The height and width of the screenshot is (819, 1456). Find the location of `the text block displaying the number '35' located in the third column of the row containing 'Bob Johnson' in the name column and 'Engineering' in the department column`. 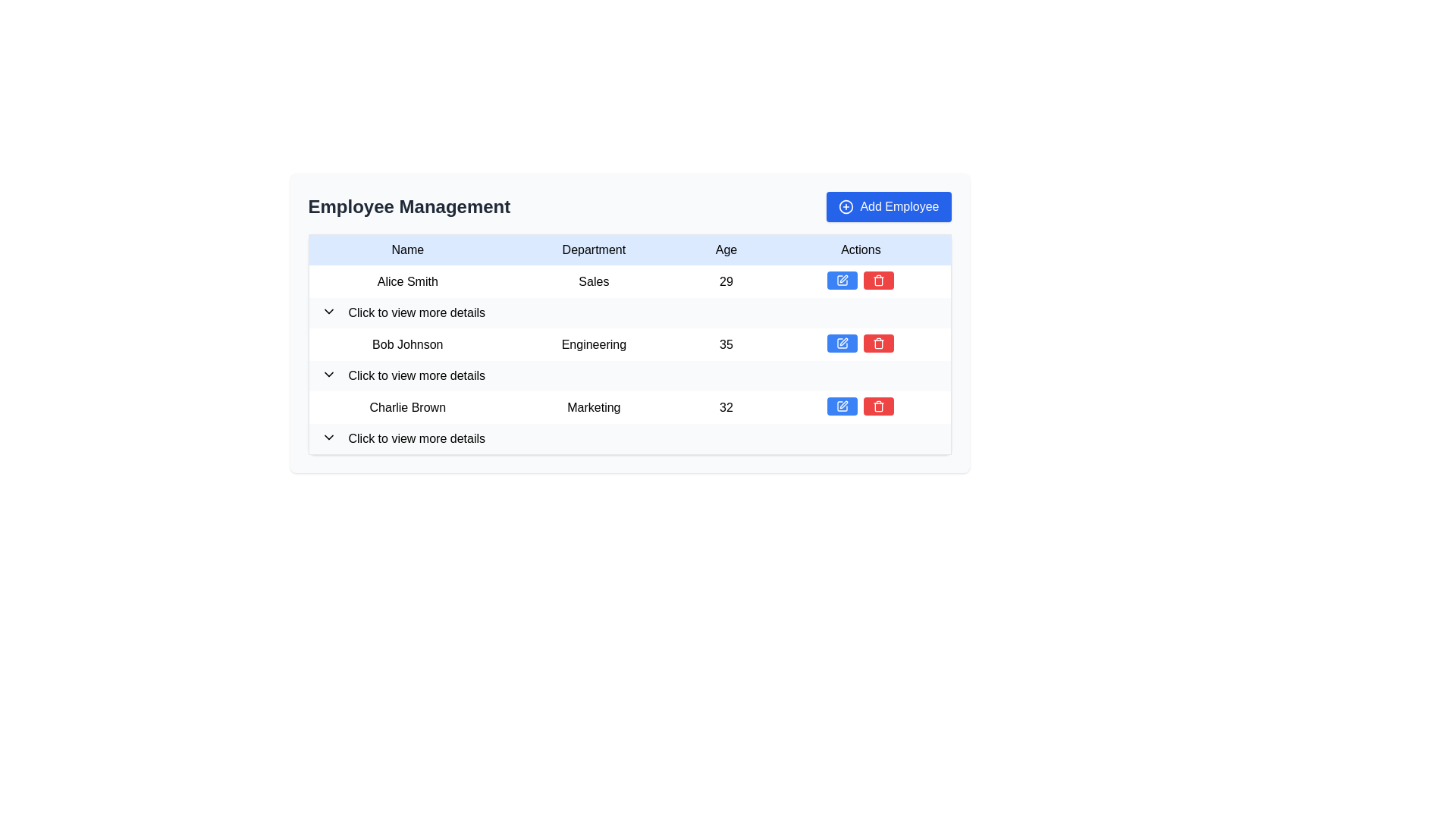

the text block displaying the number '35' located in the third column of the row containing 'Bob Johnson' in the name column and 'Engineering' in the department column is located at coordinates (726, 344).